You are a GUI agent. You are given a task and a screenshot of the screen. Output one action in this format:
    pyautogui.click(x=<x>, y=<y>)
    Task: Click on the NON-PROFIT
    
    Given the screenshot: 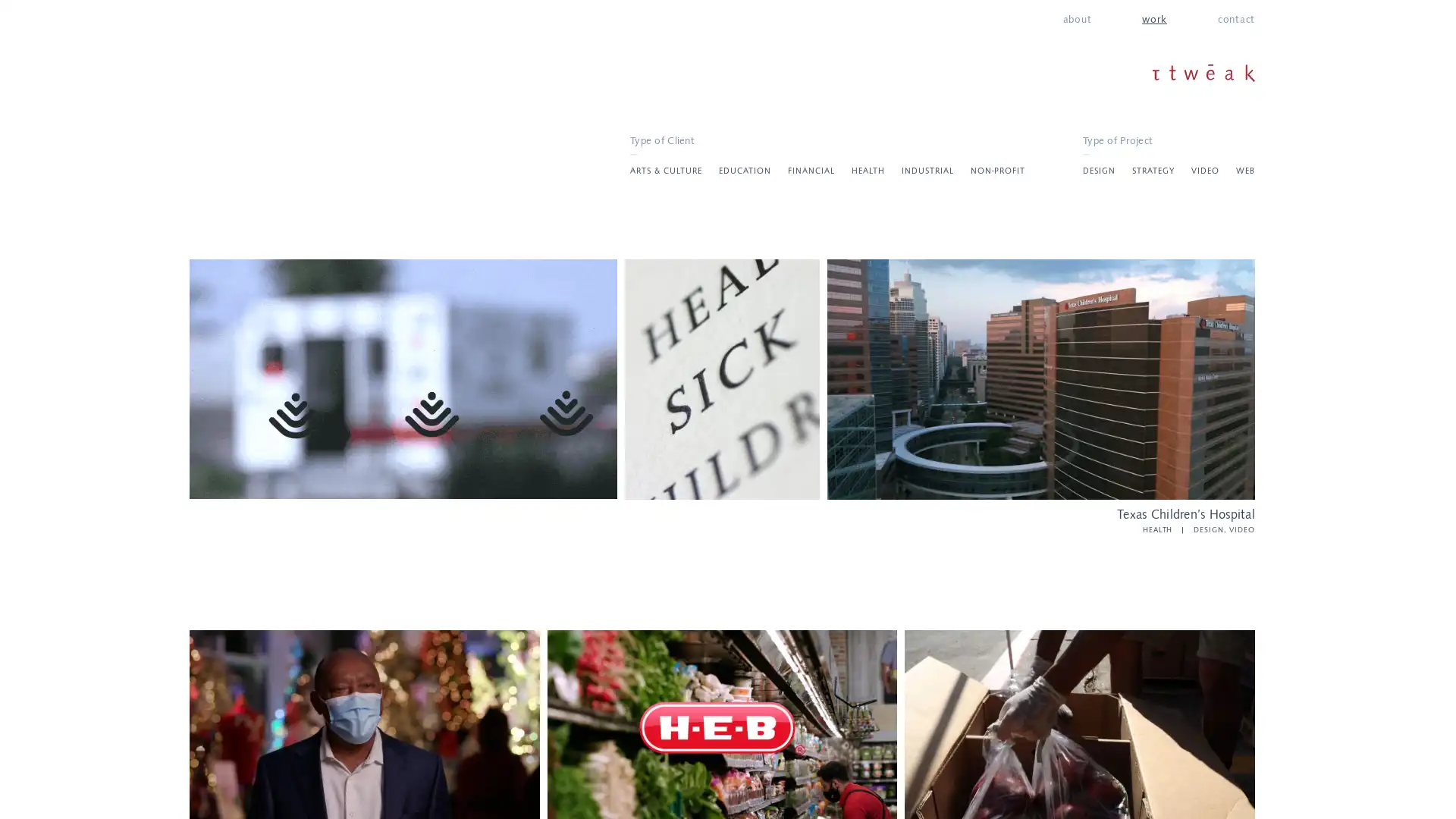 What is the action you would take?
    pyautogui.click(x=997, y=171)
    